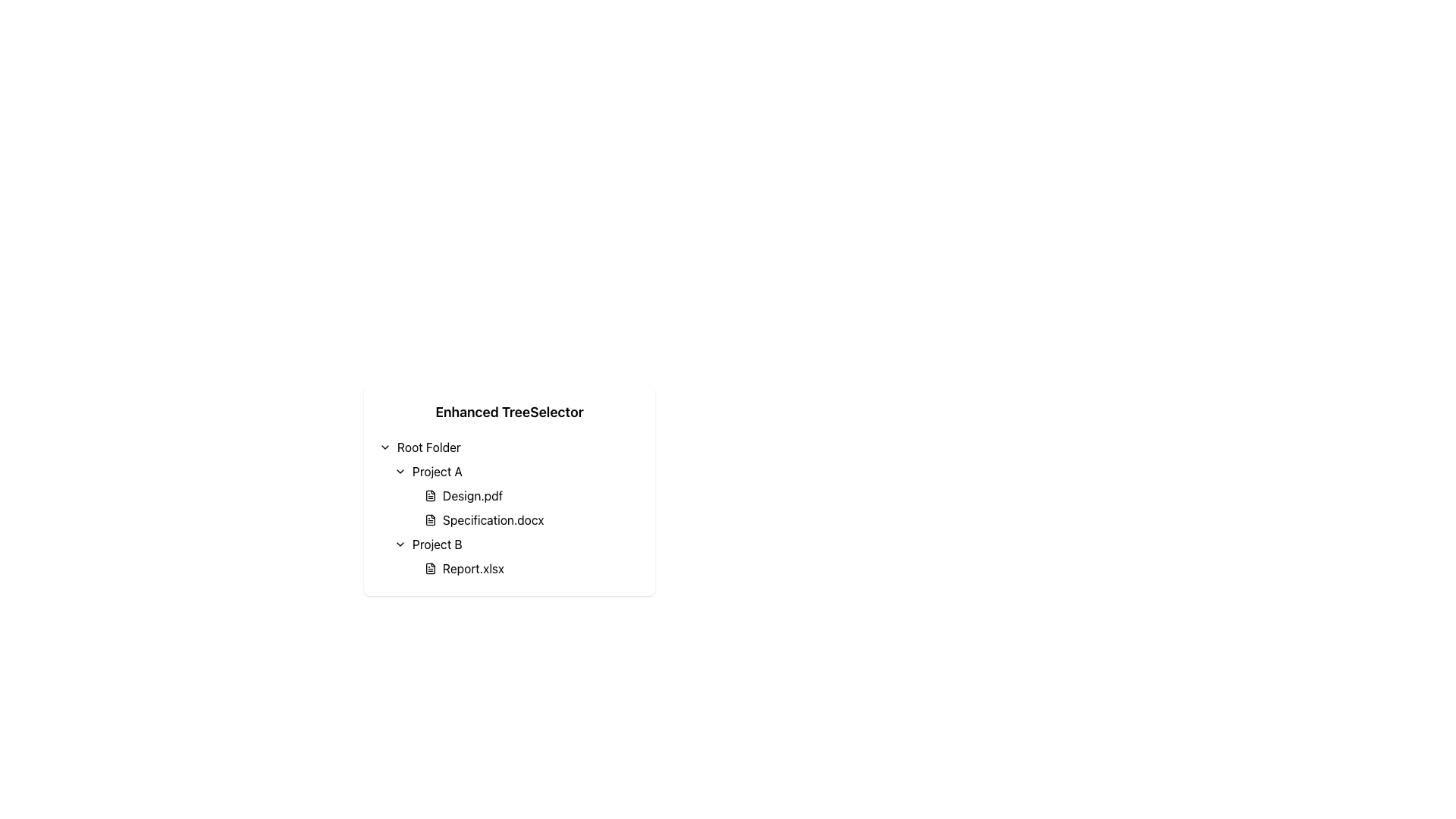 The image size is (1456, 819). What do you see at coordinates (472, 496) in the screenshot?
I see `the text label representing the file 'Design.pdf' in the hierarchical tree view under 'Project A'` at bounding box center [472, 496].